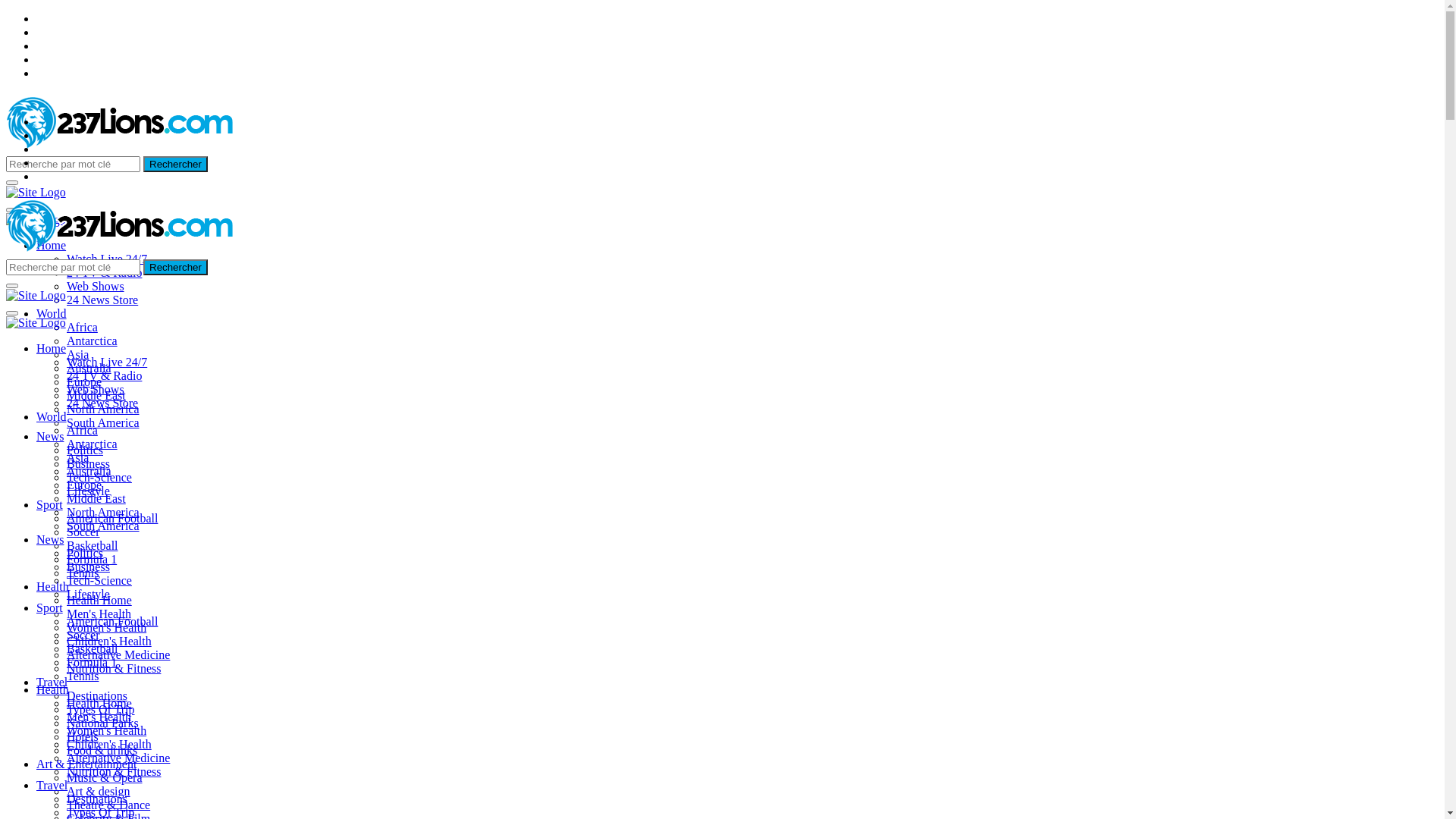  I want to click on 'Basketball', so click(91, 544).